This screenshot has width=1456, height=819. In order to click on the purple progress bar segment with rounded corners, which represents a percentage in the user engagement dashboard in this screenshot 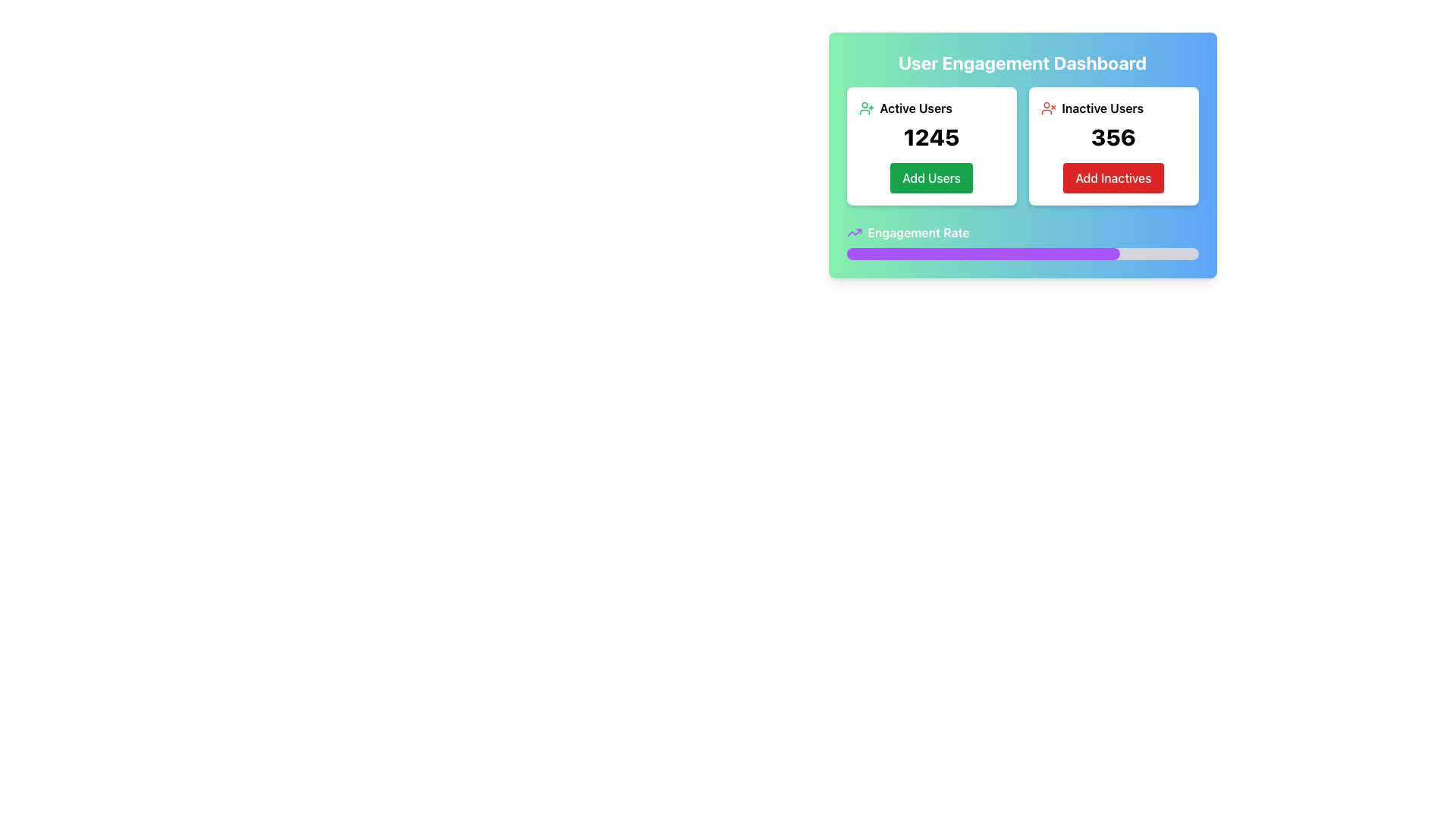, I will do `click(983, 253)`.